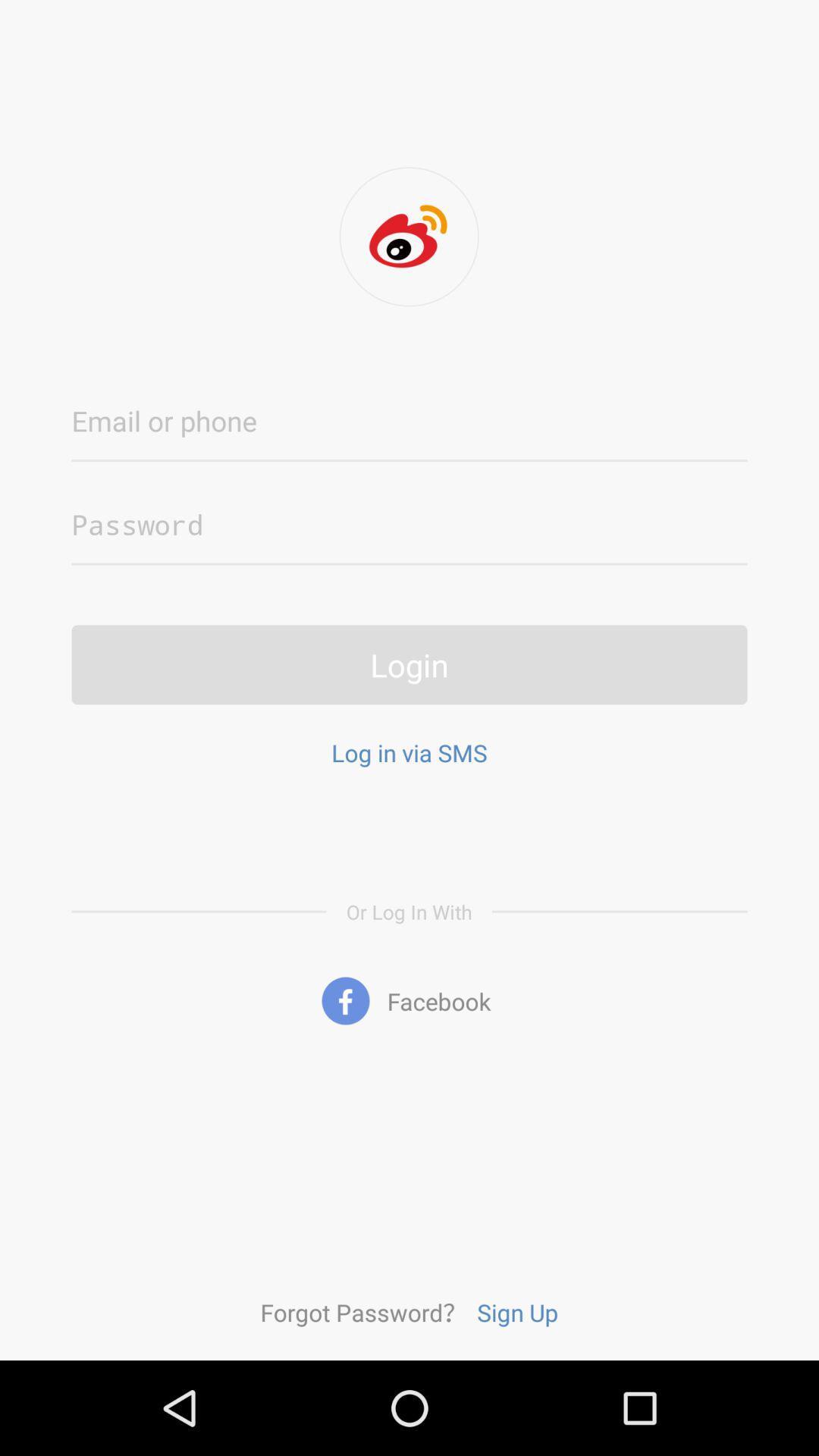 Image resolution: width=819 pixels, height=1456 pixels. Describe the element at coordinates (363, 1311) in the screenshot. I see `item below the facebook icon` at that location.